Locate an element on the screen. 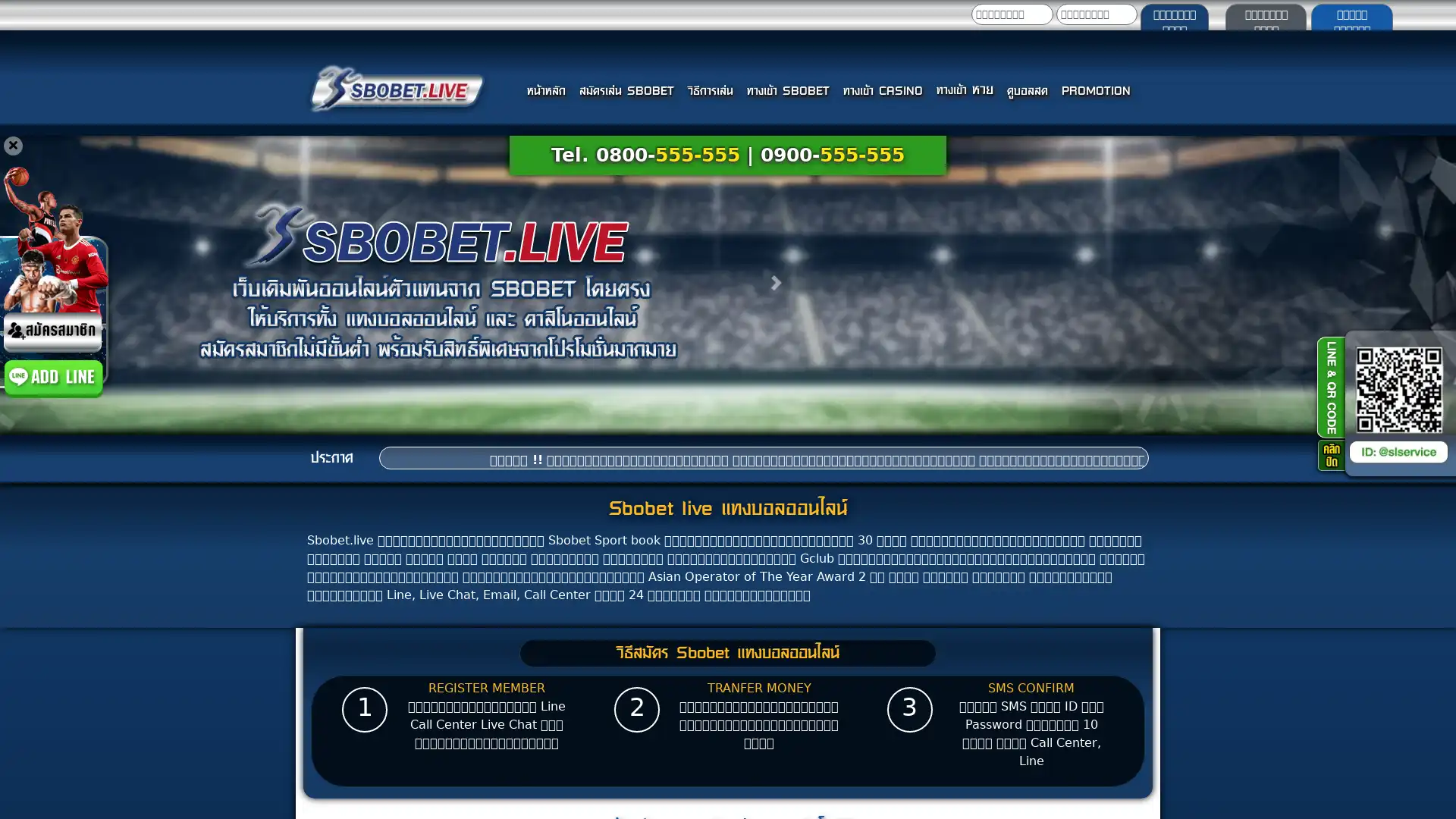  Previous is located at coordinates (97, 282).